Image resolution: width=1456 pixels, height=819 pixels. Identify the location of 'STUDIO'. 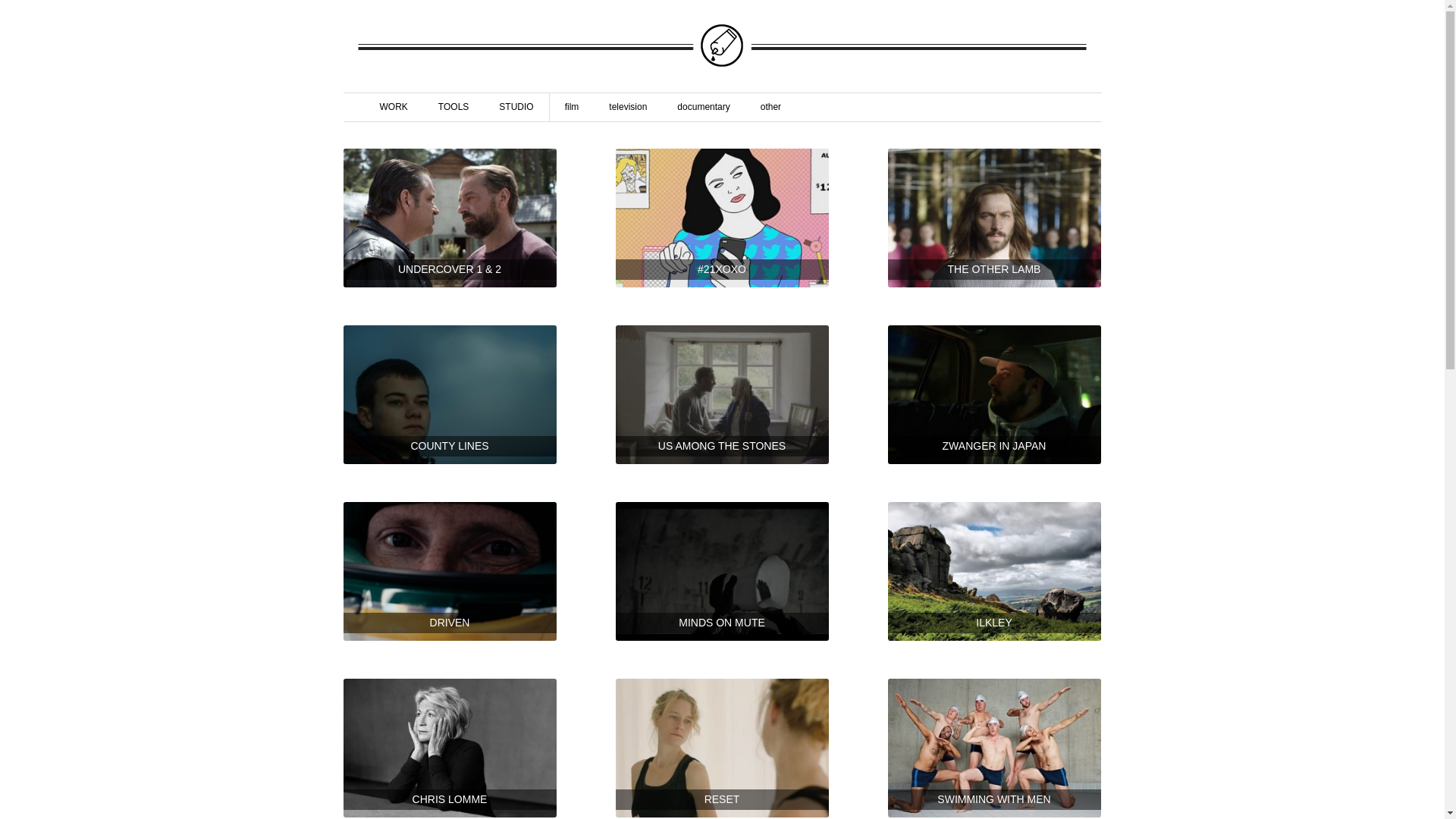
(516, 106).